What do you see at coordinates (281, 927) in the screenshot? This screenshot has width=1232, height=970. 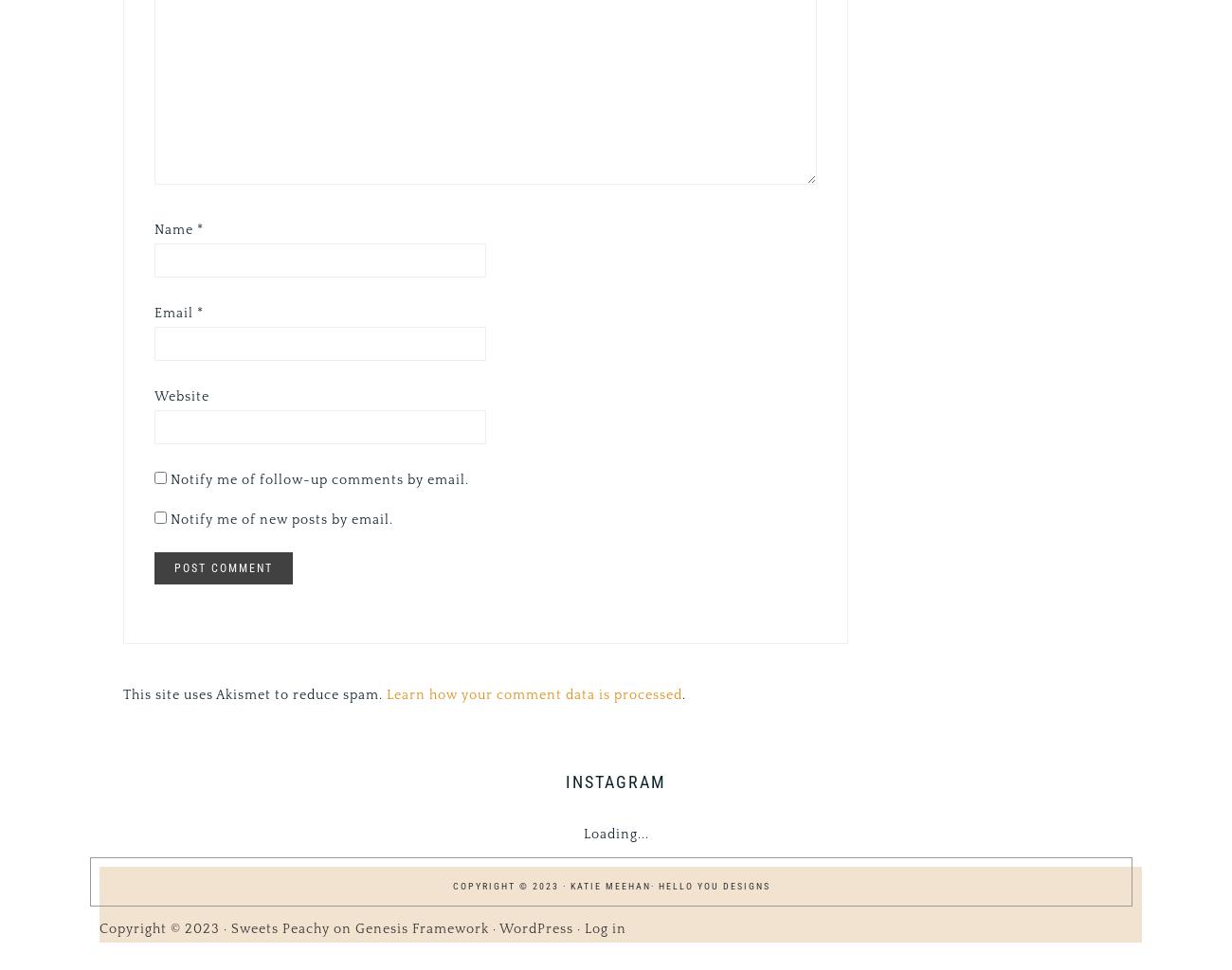 I see `'Sweets Peachy'` at bounding box center [281, 927].